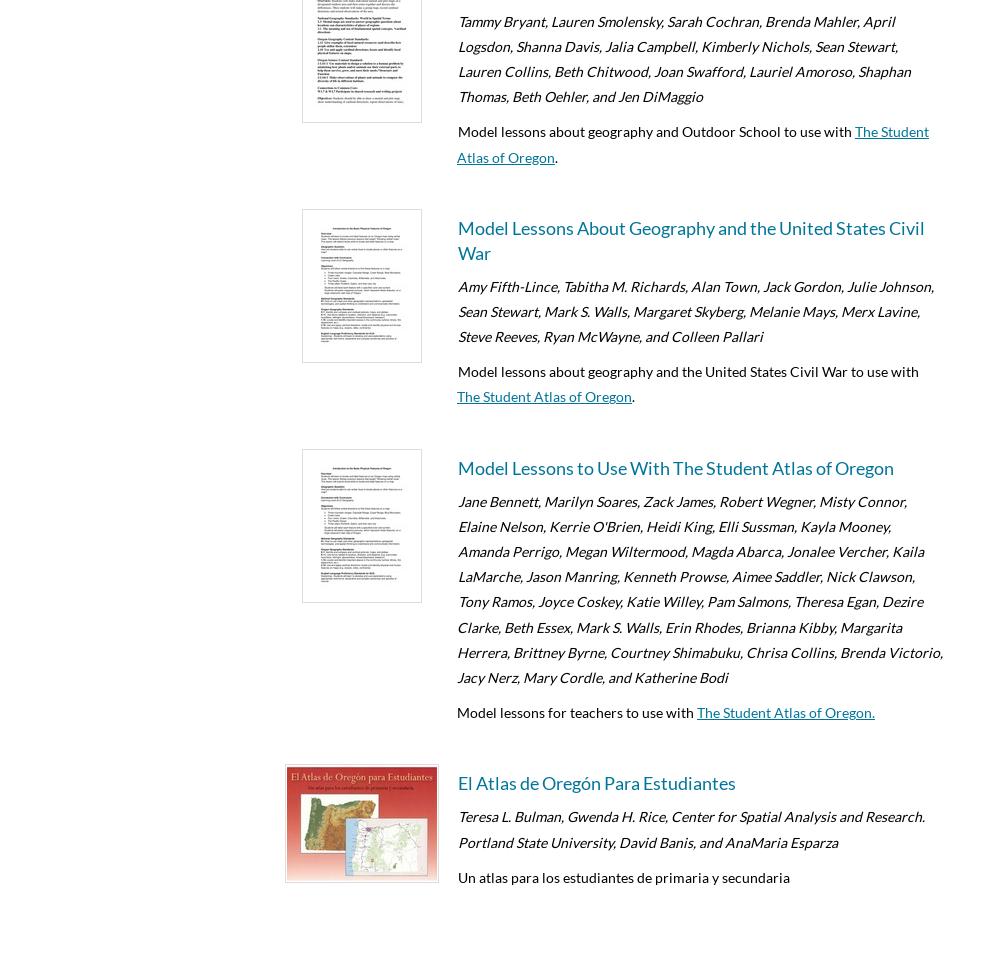 This screenshot has height=954, width=996. Describe the element at coordinates (675, 466) in the screenshot. I see `'Model Lessons to Use With The Student Atlas of Oregon'` at that location.